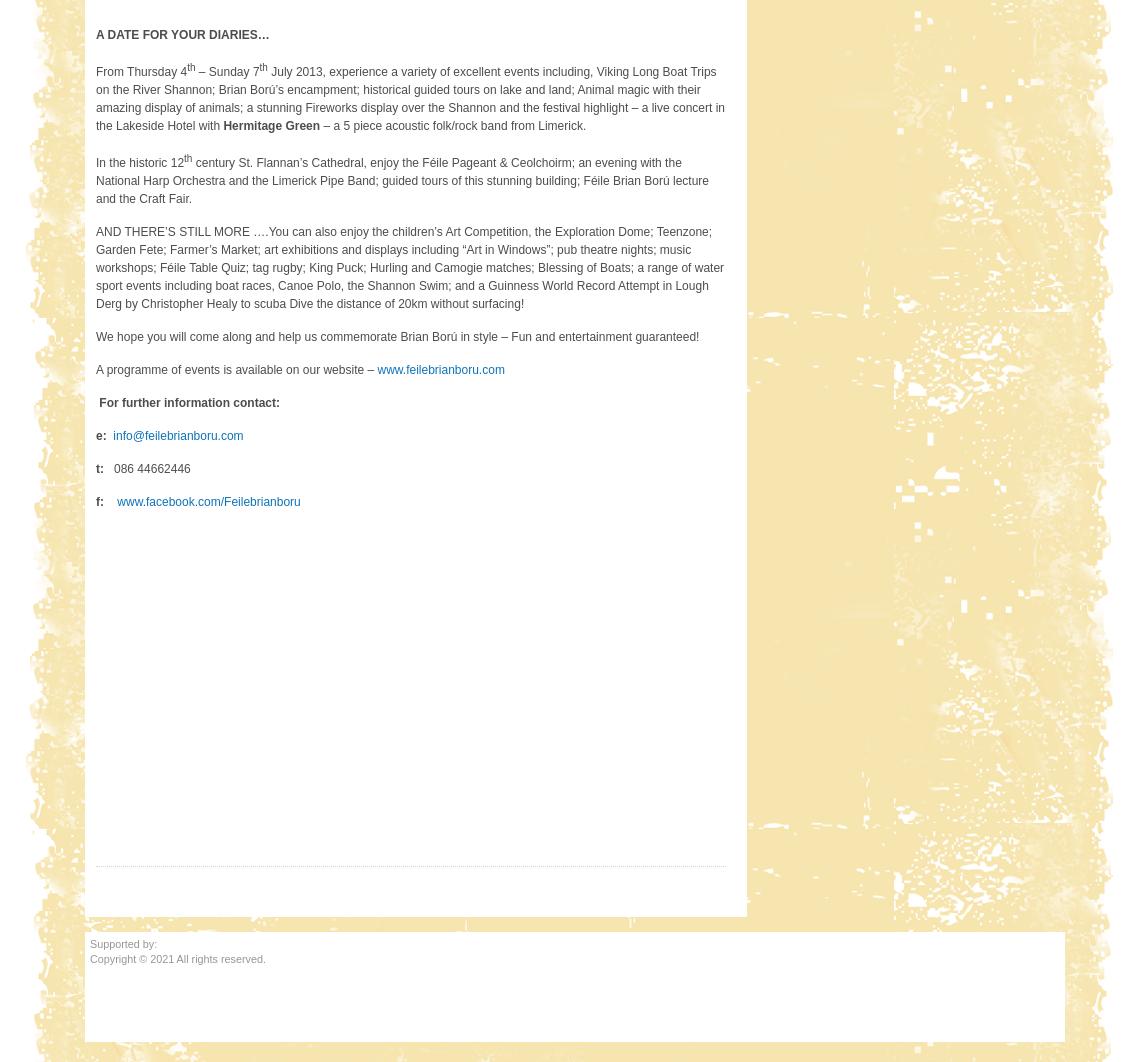 The width and height of the screenshot is (1140, 1062). Describe the element at coordinates (94, 368) in the screenshot. I see `'A programme of events is available on our website –'` at that location.